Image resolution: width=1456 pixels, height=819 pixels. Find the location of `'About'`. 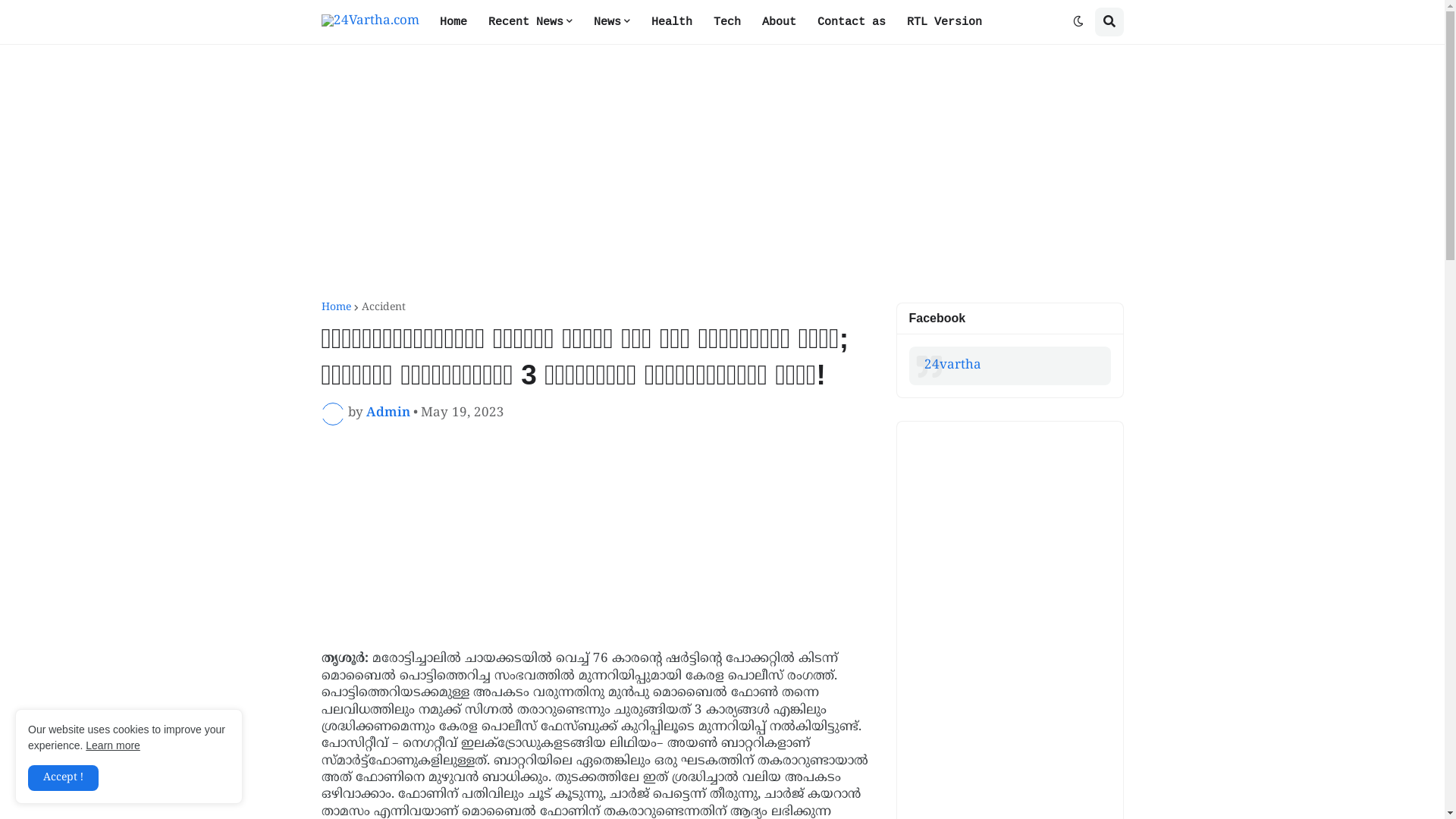

'About' is located at coordinates (778, 22).